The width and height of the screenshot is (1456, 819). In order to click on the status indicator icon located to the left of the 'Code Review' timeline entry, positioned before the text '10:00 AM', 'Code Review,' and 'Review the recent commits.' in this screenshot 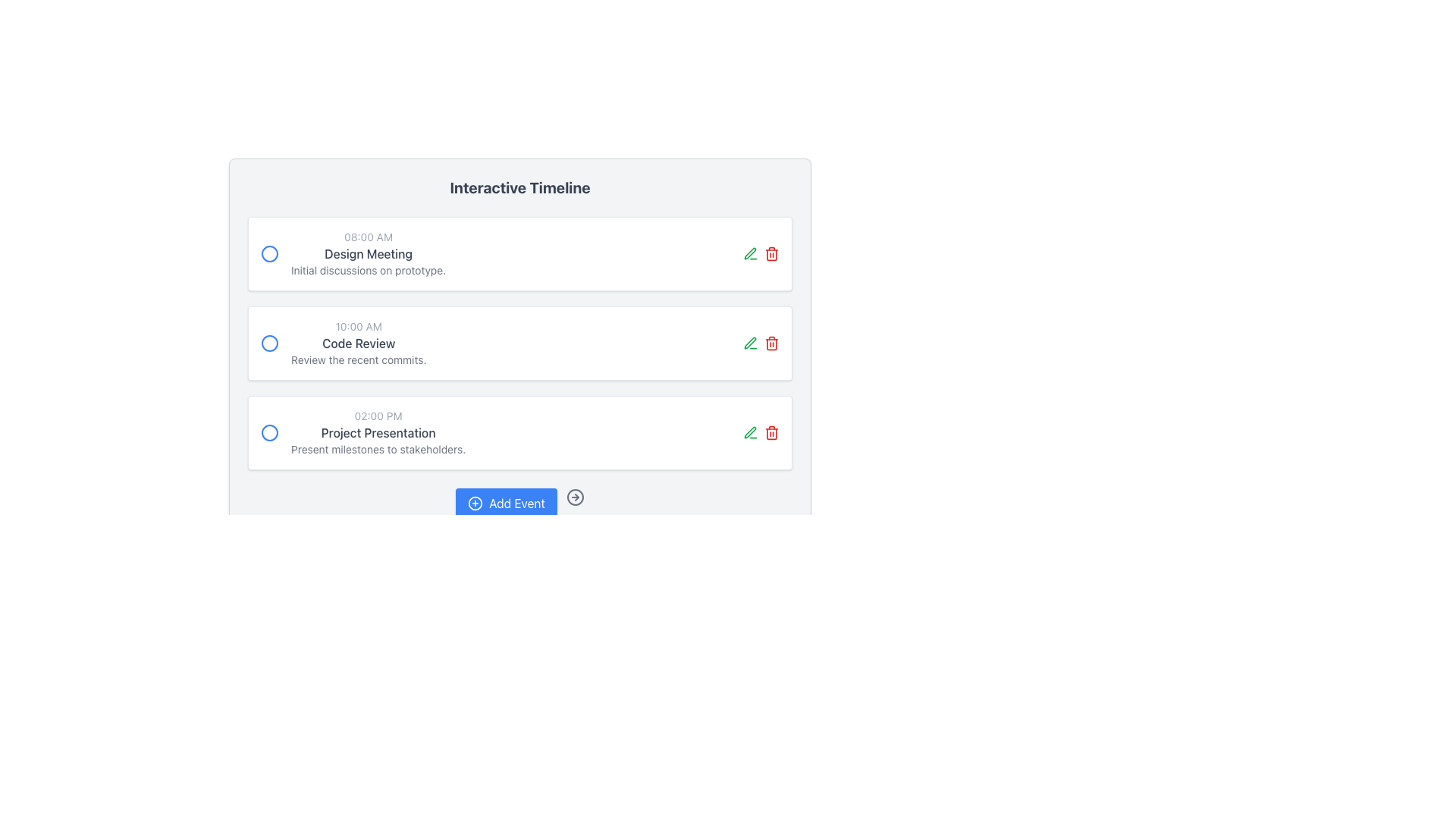, I will do `click(269, 343)`.